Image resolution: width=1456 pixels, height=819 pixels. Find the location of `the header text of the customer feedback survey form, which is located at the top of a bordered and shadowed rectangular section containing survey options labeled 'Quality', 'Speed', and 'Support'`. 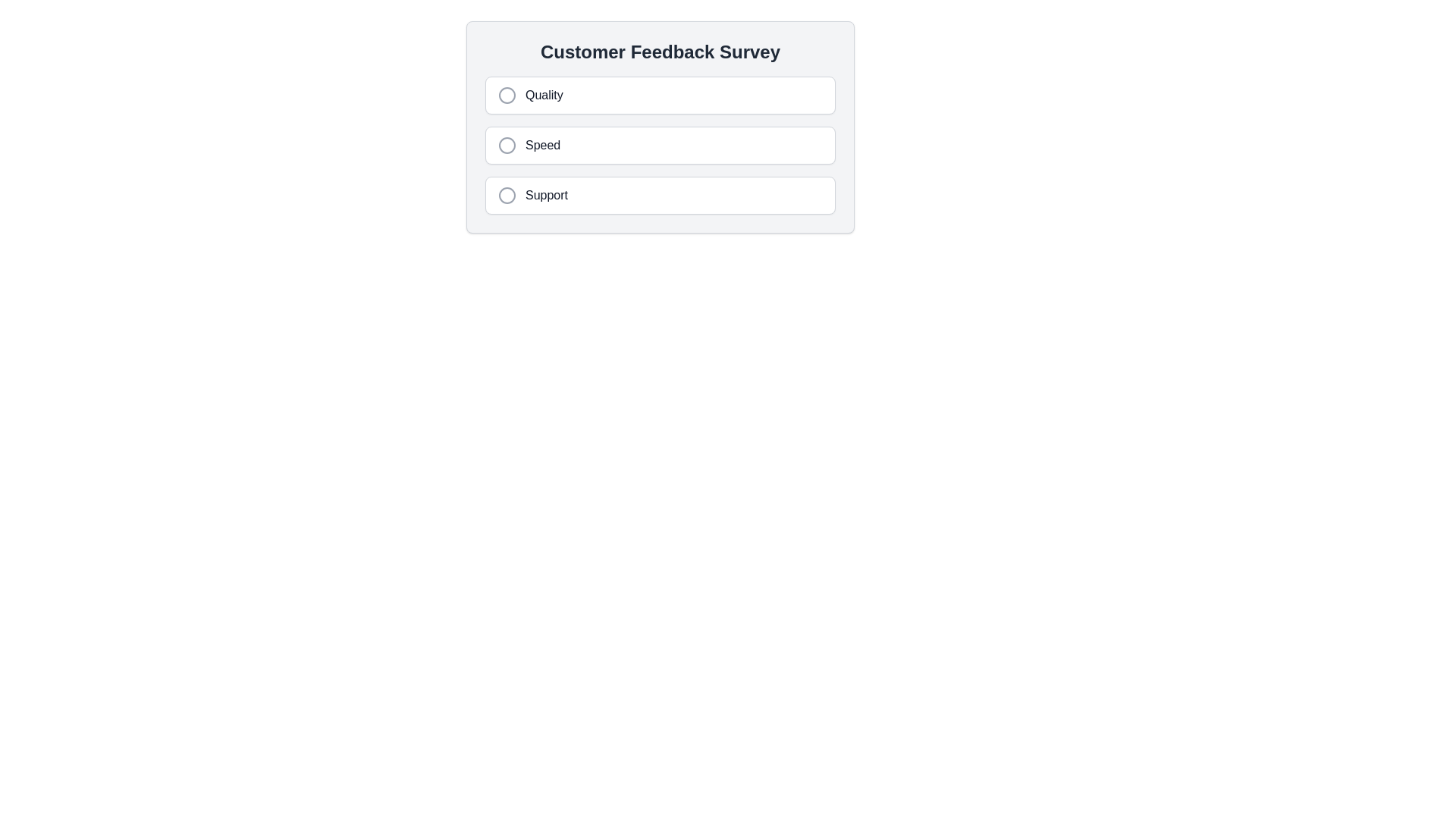

the header text of the customer feedback survey form, which is located at the top of a bordered and shadowed rectangular section containing survey options labeled 'Quality', 'Speed', and 'Support' is located at coordinates (660, 52).